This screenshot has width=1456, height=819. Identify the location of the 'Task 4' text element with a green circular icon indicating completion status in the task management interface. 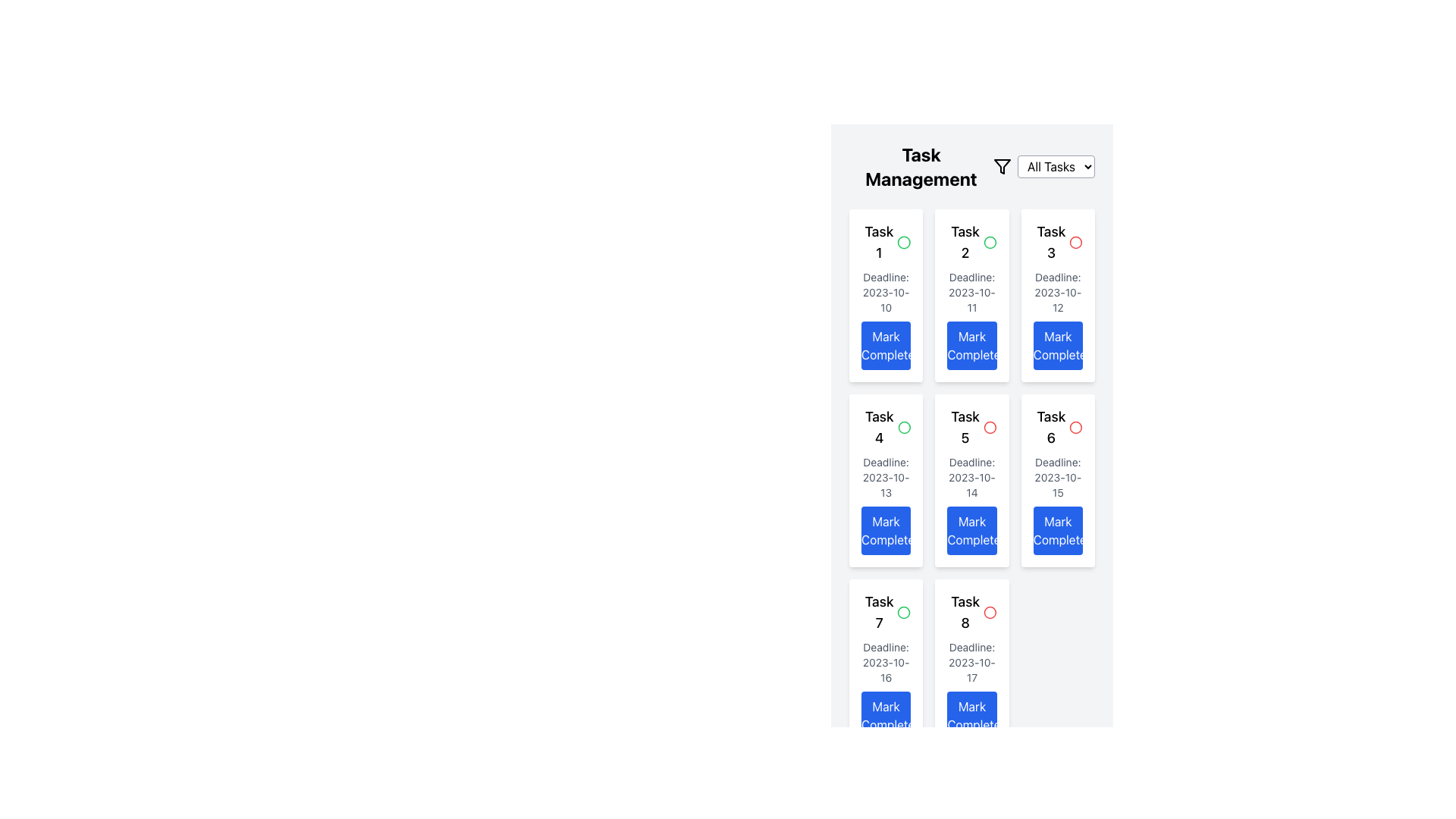
(886, 427).